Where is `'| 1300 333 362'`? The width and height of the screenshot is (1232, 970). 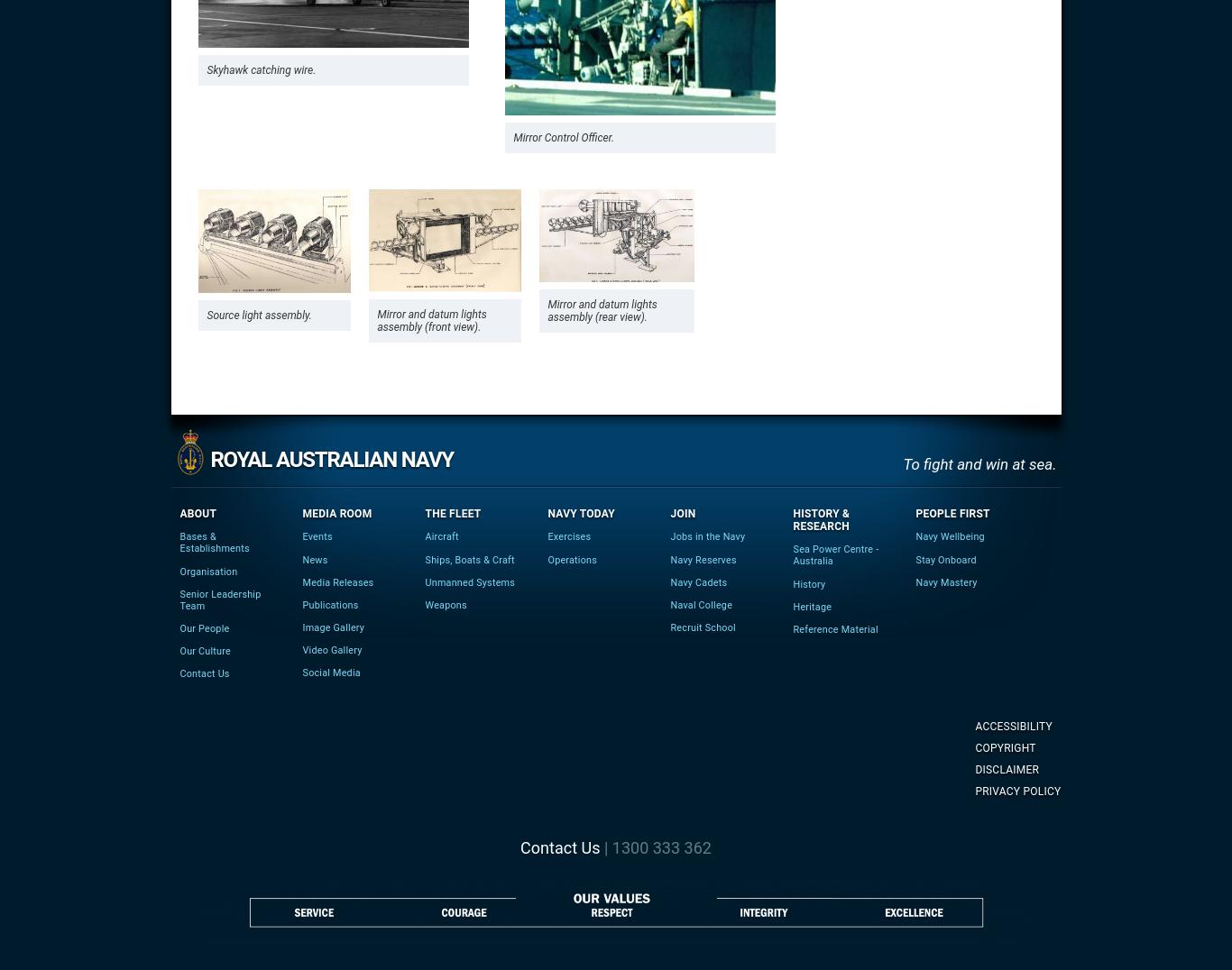 '| 1300 333 362' is located at coordinates (598, 846).